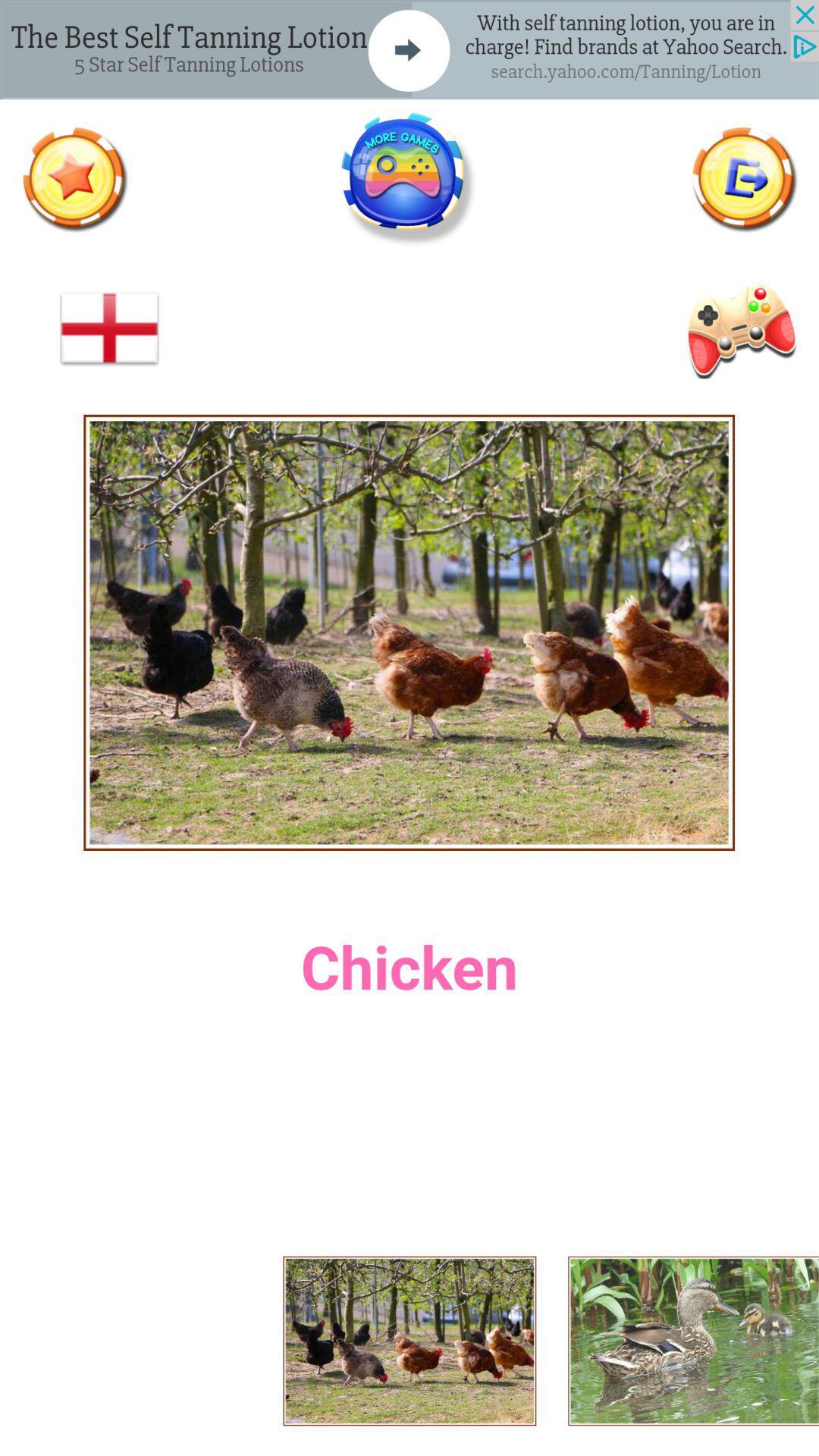 Image resolution: width=819 pixels, height=1456 pixels. I want to click on play, so click(739, 328).